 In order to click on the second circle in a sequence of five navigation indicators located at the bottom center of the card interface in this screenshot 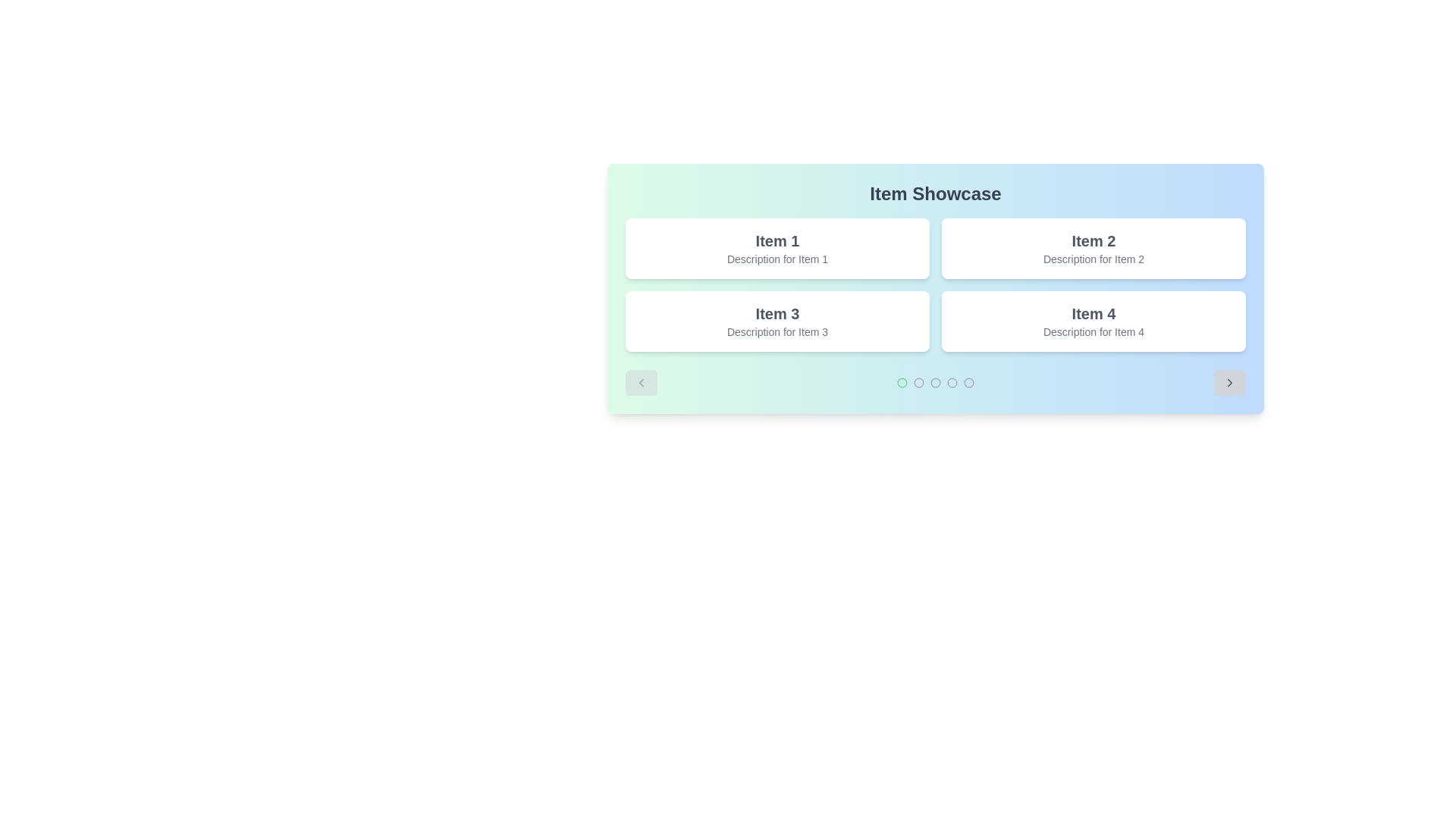, I will do `click(918, 382)`.